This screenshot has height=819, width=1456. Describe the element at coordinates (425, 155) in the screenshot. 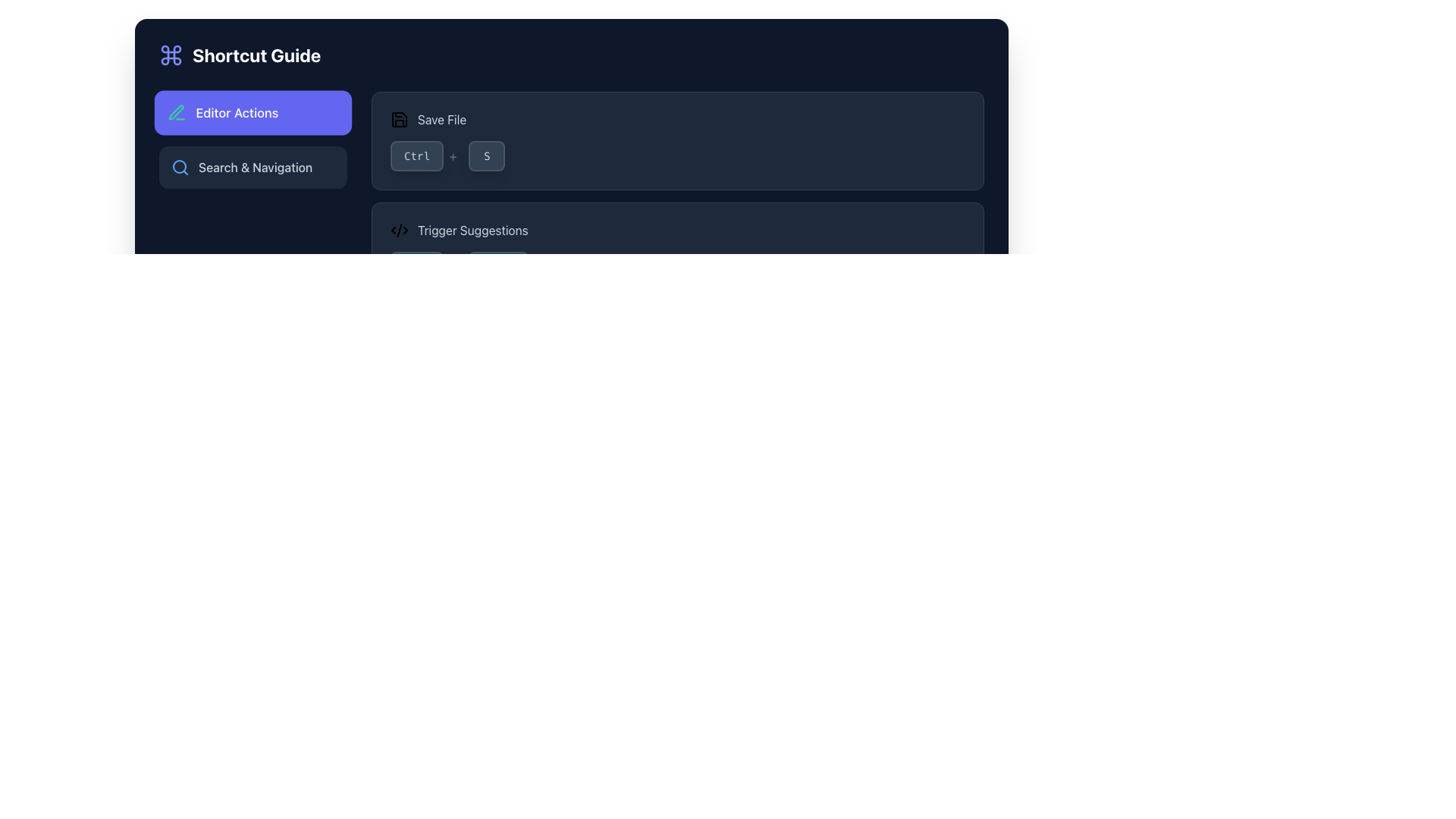

I see `the rectangular button-like component displaying 'Ctrl' in a monospace font, located in the 'Save File' section at the top-right area of the interface` at that location.